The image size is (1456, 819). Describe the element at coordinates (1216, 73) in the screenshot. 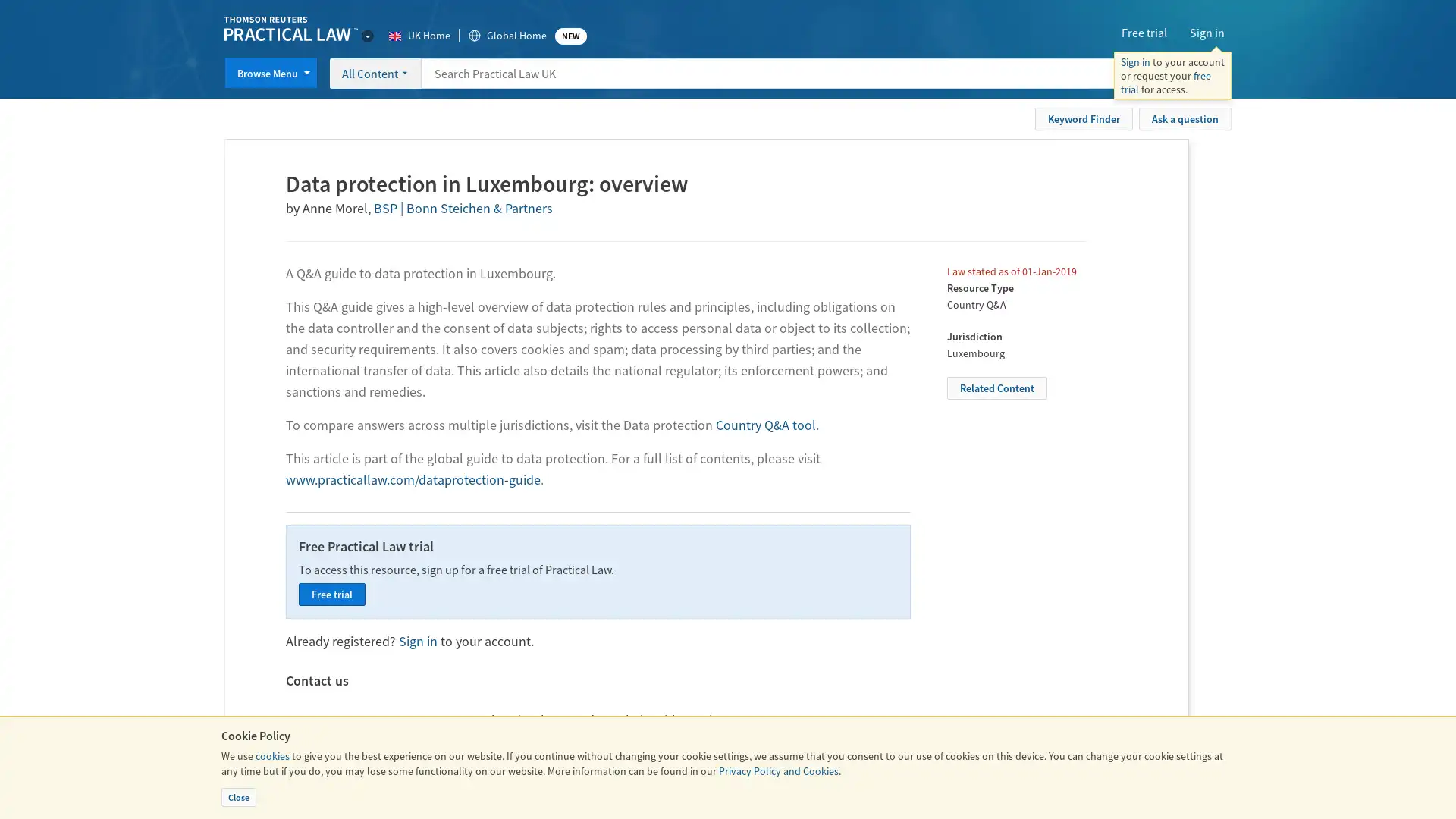

I see `Search Home` at that location.